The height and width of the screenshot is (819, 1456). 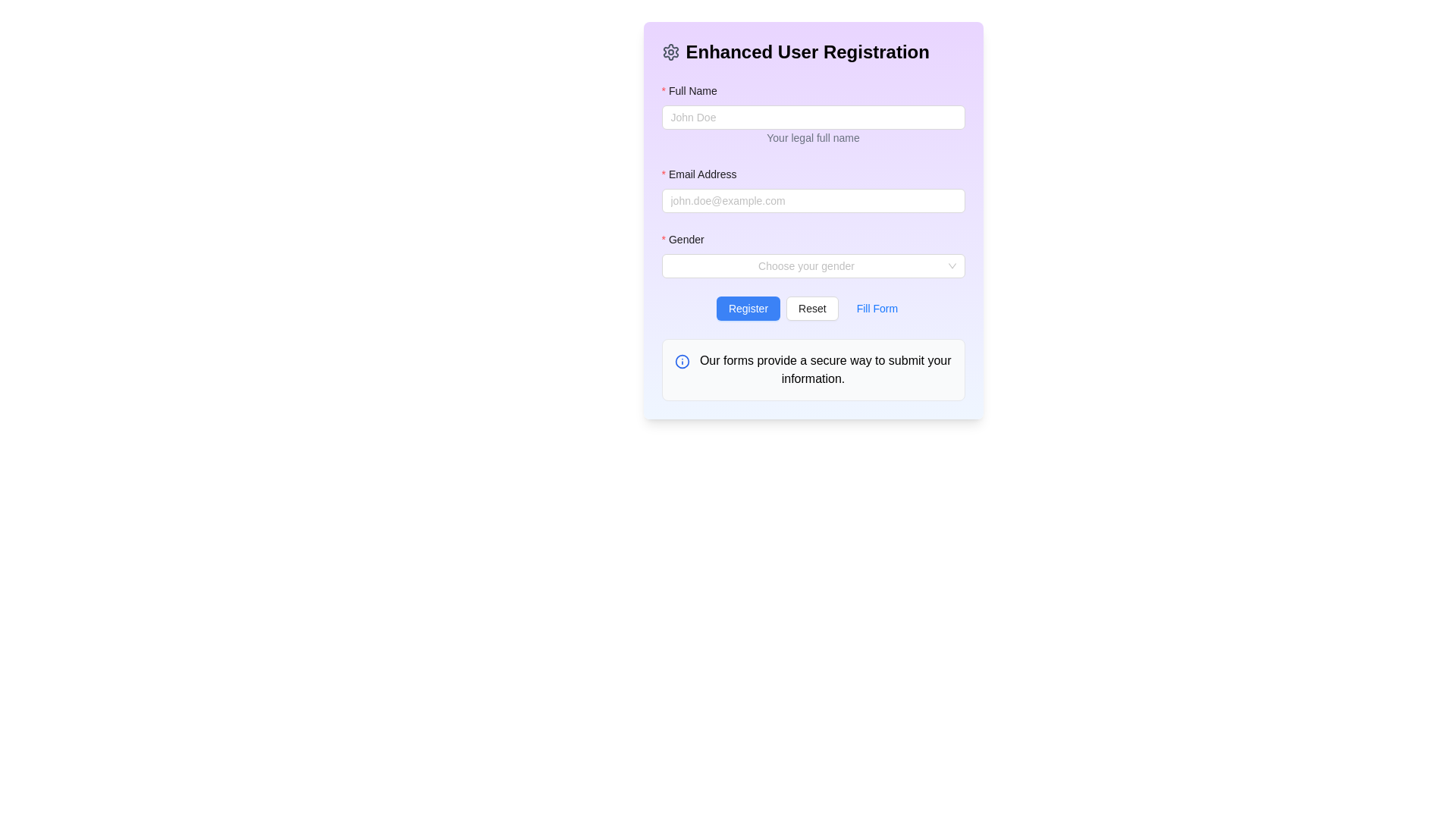 What do you see at coordinates (877, 308) in the screenshot?
I see `text label within the button located in the bottom-right area of the form interface, next to the 'Register' and 'Reset' buttons` at bounding box center [877, 308].